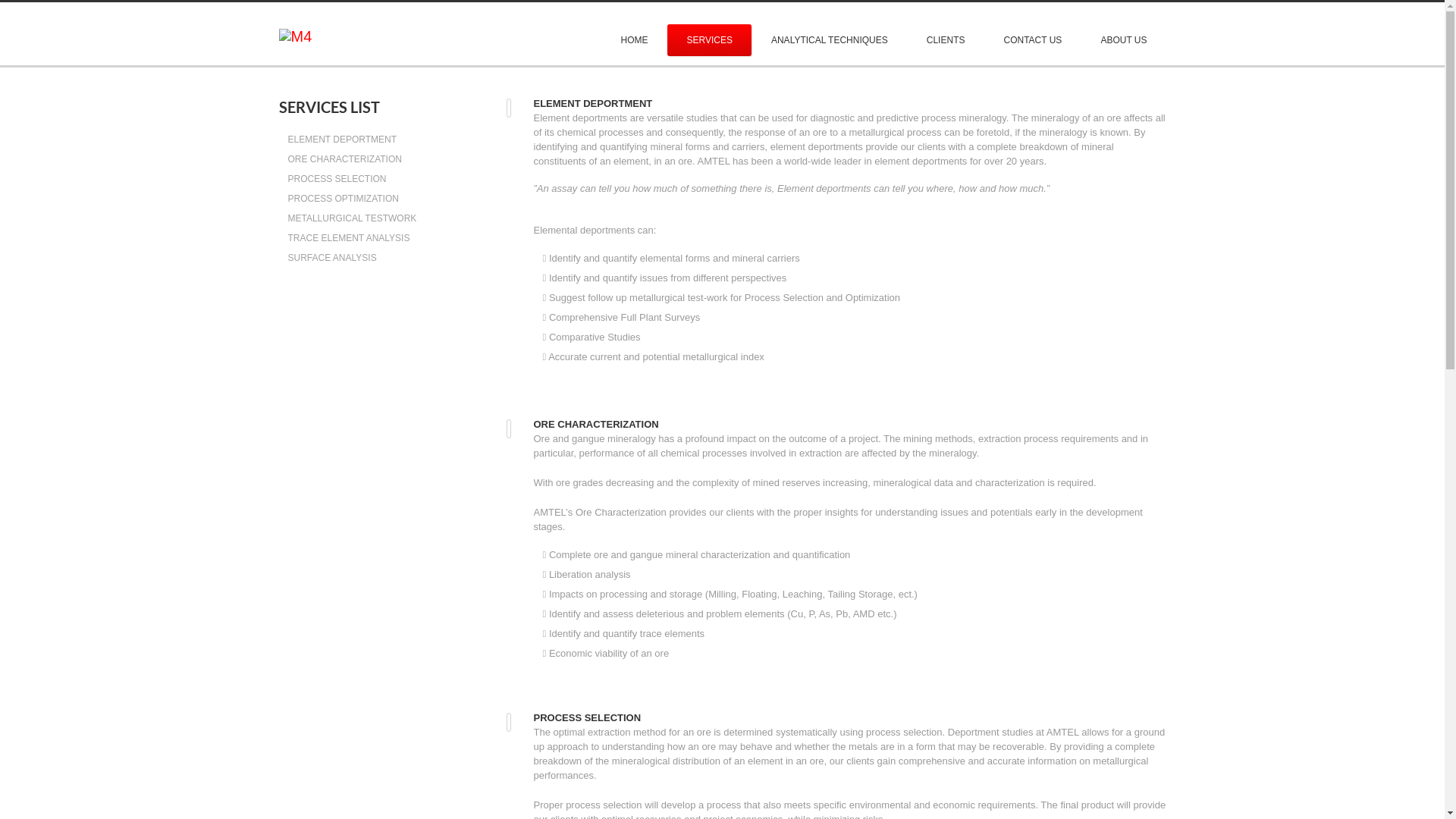 This screenshot has height=819, width=1456. Describe the element at coordinates (984, 39) in the screenshot. I see `'CONTACT US'` at that location.